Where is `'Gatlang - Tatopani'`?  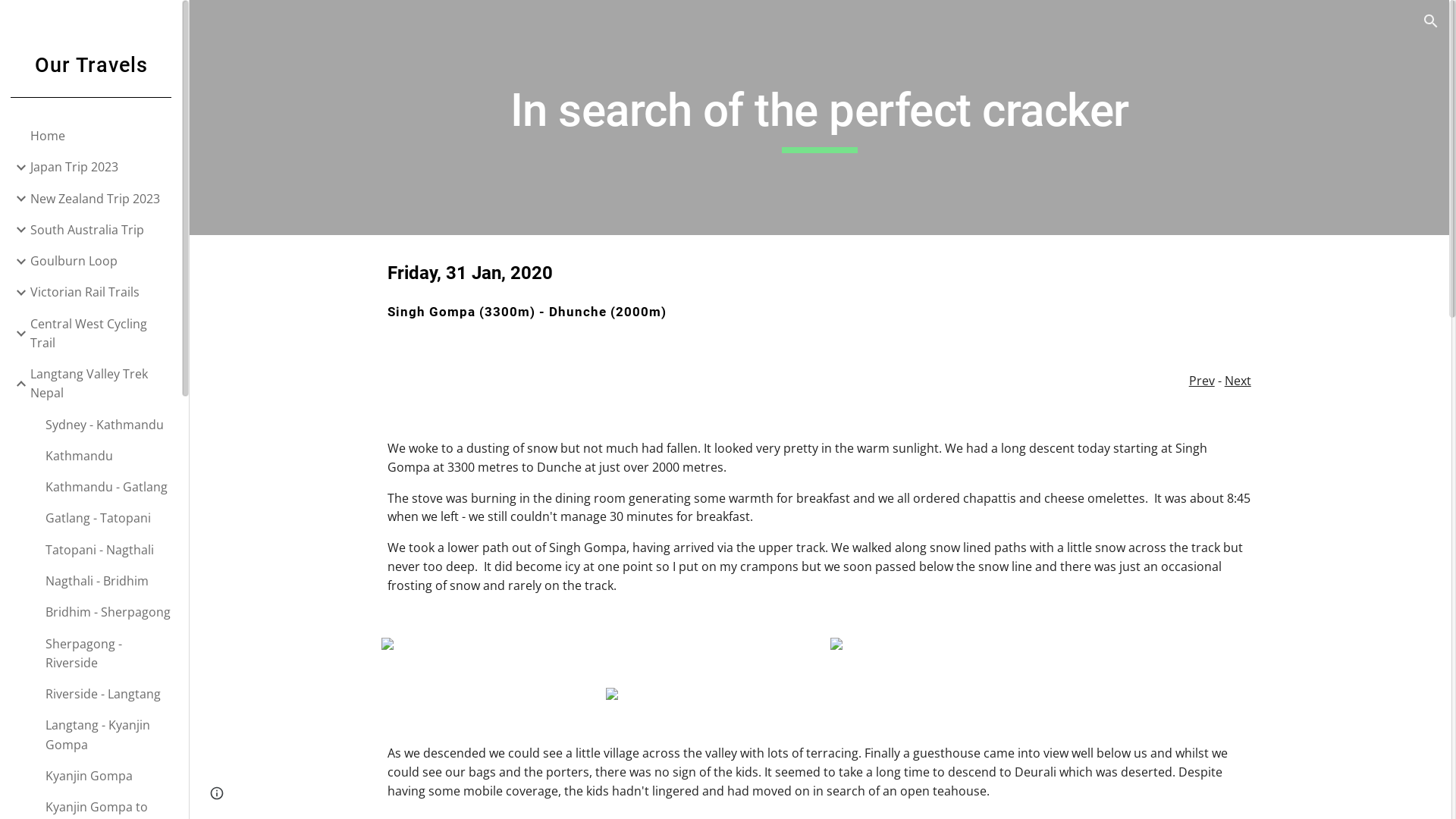 'Gatlang - Tatopani' is located at coordinates (107, 517).